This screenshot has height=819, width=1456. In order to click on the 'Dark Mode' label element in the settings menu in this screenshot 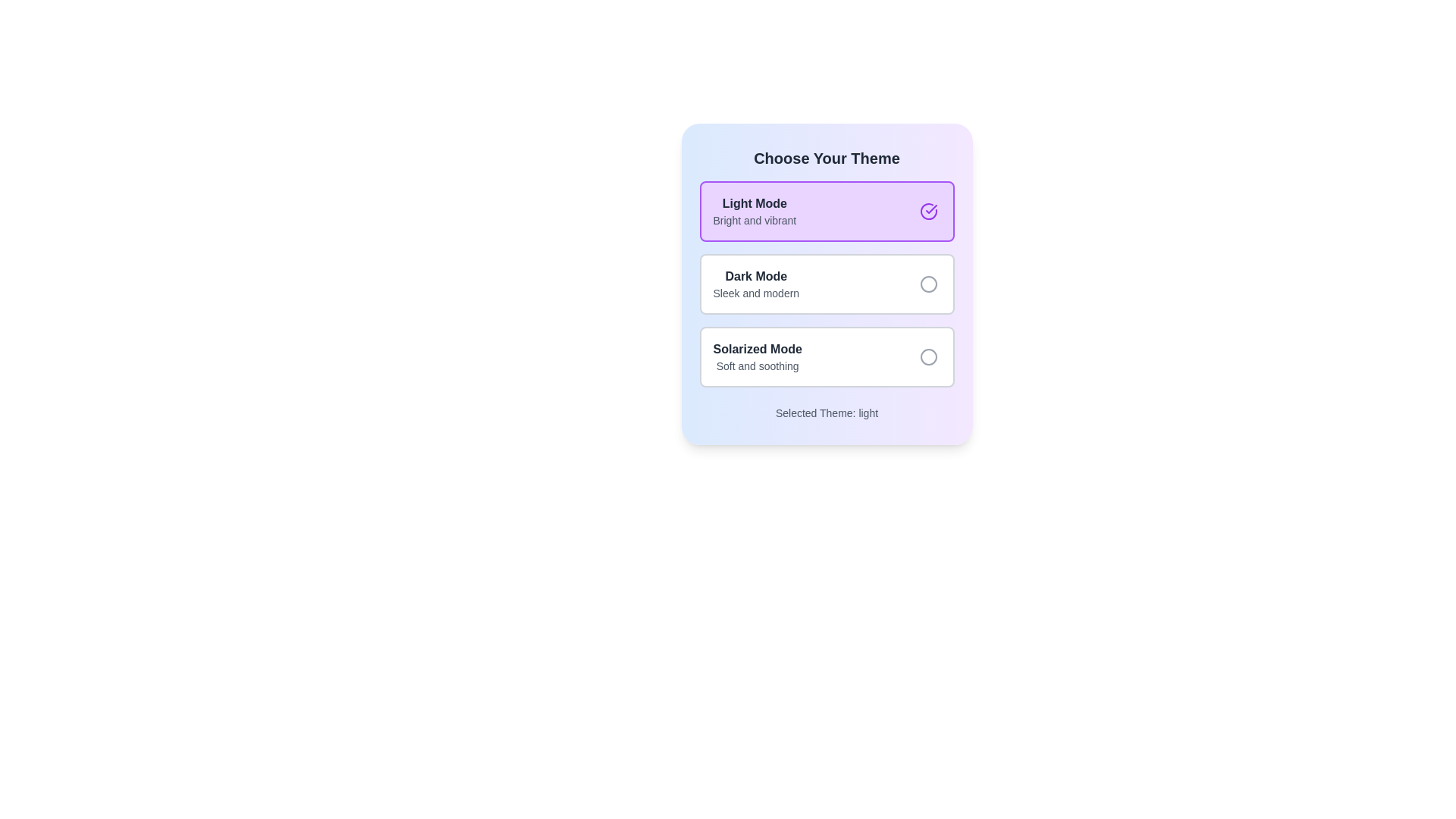, I will do `click(761, 284)`.